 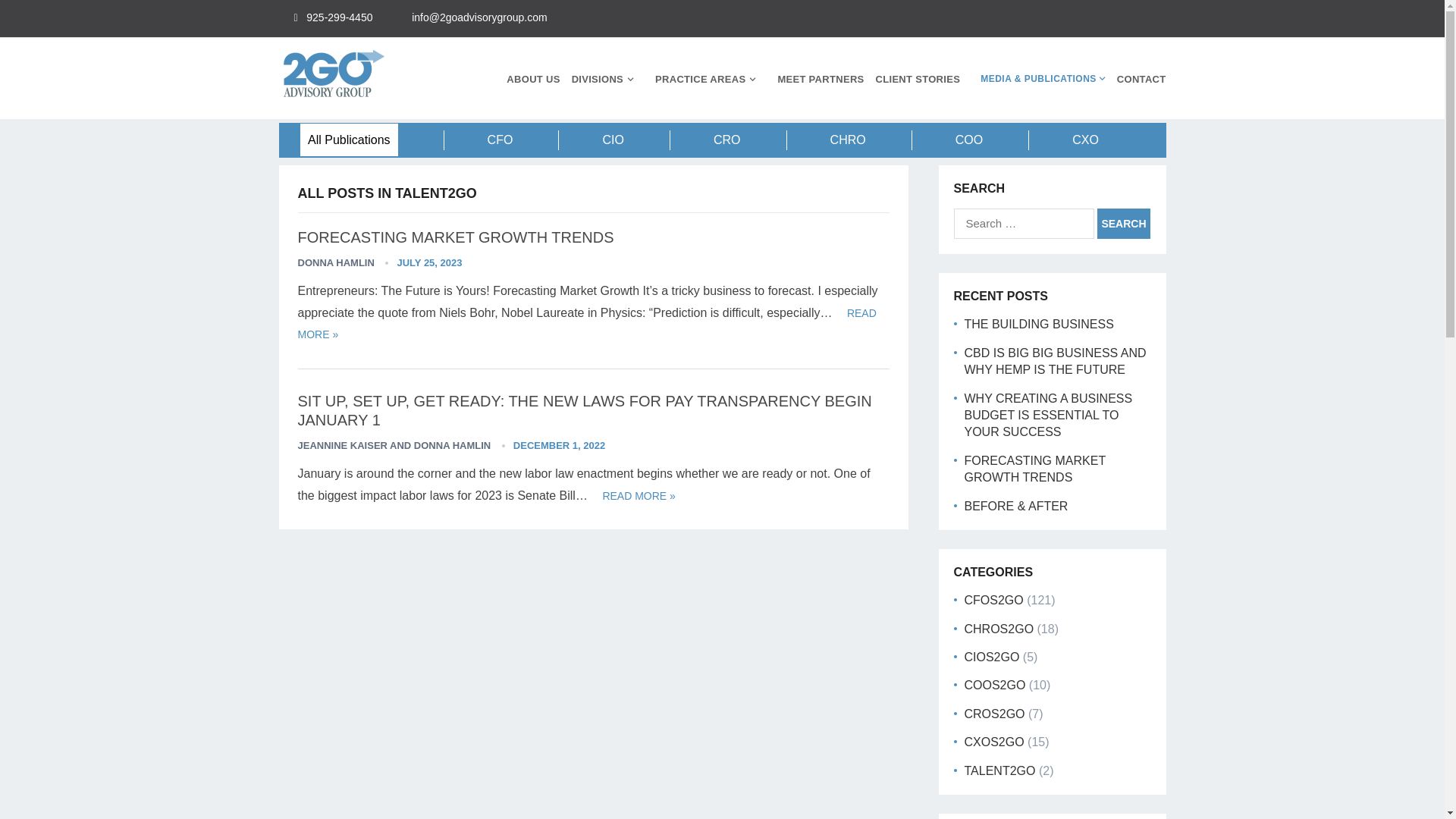 What do you see at coordinates (394, 444) in the screenshot?
I see `'JEANNINE KAISER AND DONNA HAMLIN'` at bounding box center [394, 444].